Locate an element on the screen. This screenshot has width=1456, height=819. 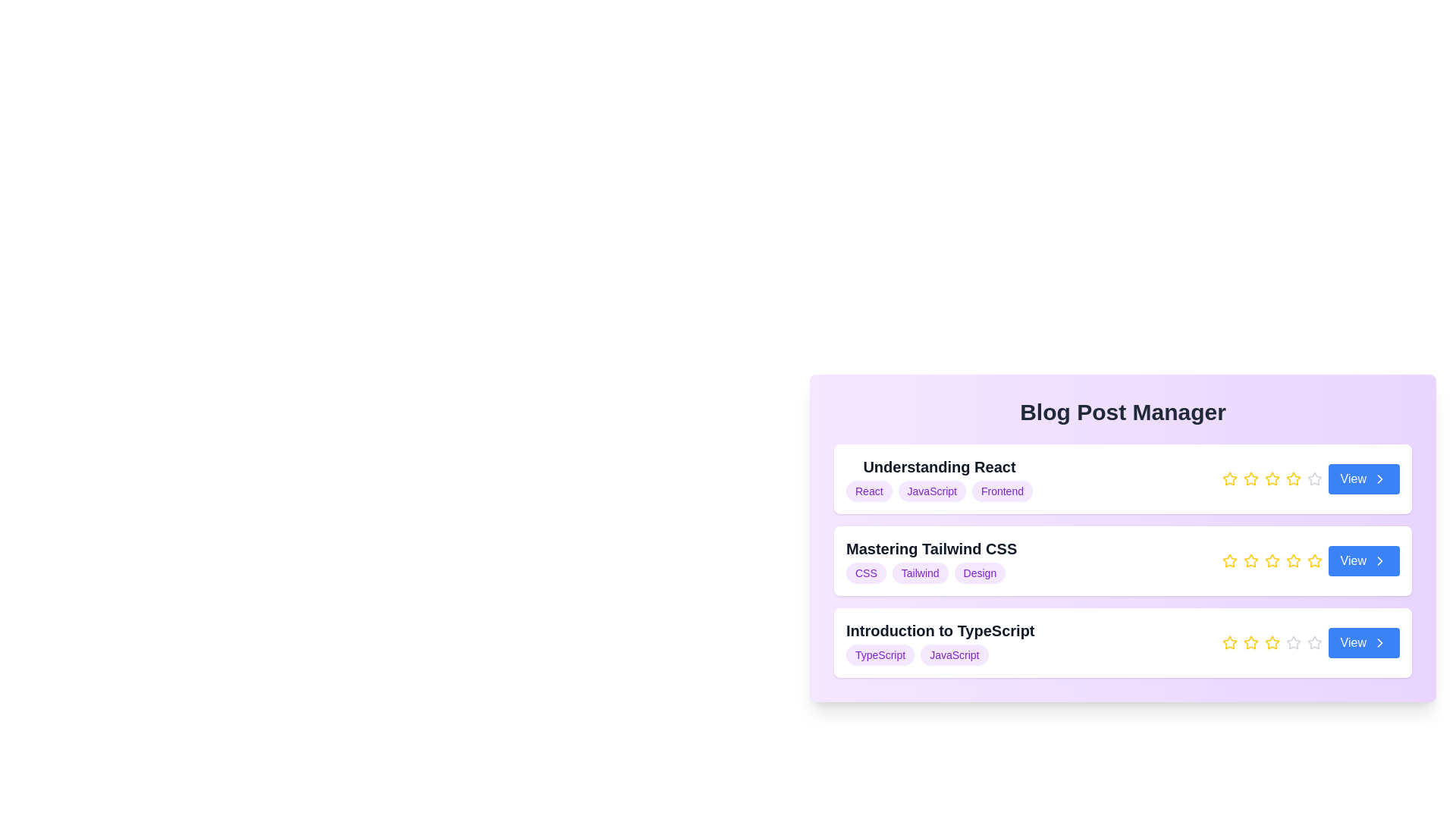
the third star icon in the rating system for the item labeled 'Mastering Tailwind CSS' is located at coordinates (1229, 560).